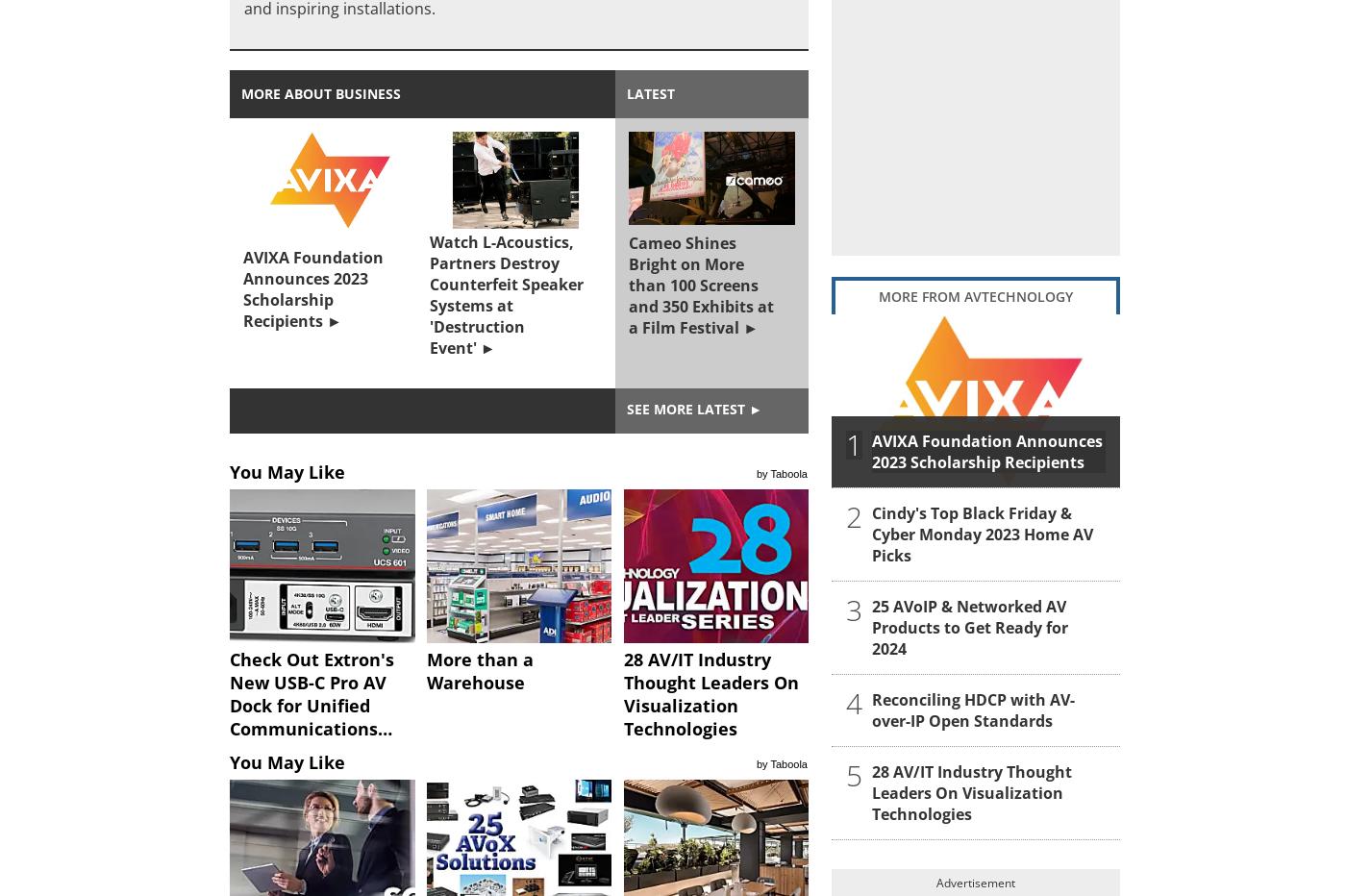 This screenshot has width=1346, height=896. Describe the element at coordinates (505, 295) in the screenshot. I see `'Watch L-Acoustics, Partners Destroy Counterfeit Speaker Systems at 'Destruction Event''` at that location.